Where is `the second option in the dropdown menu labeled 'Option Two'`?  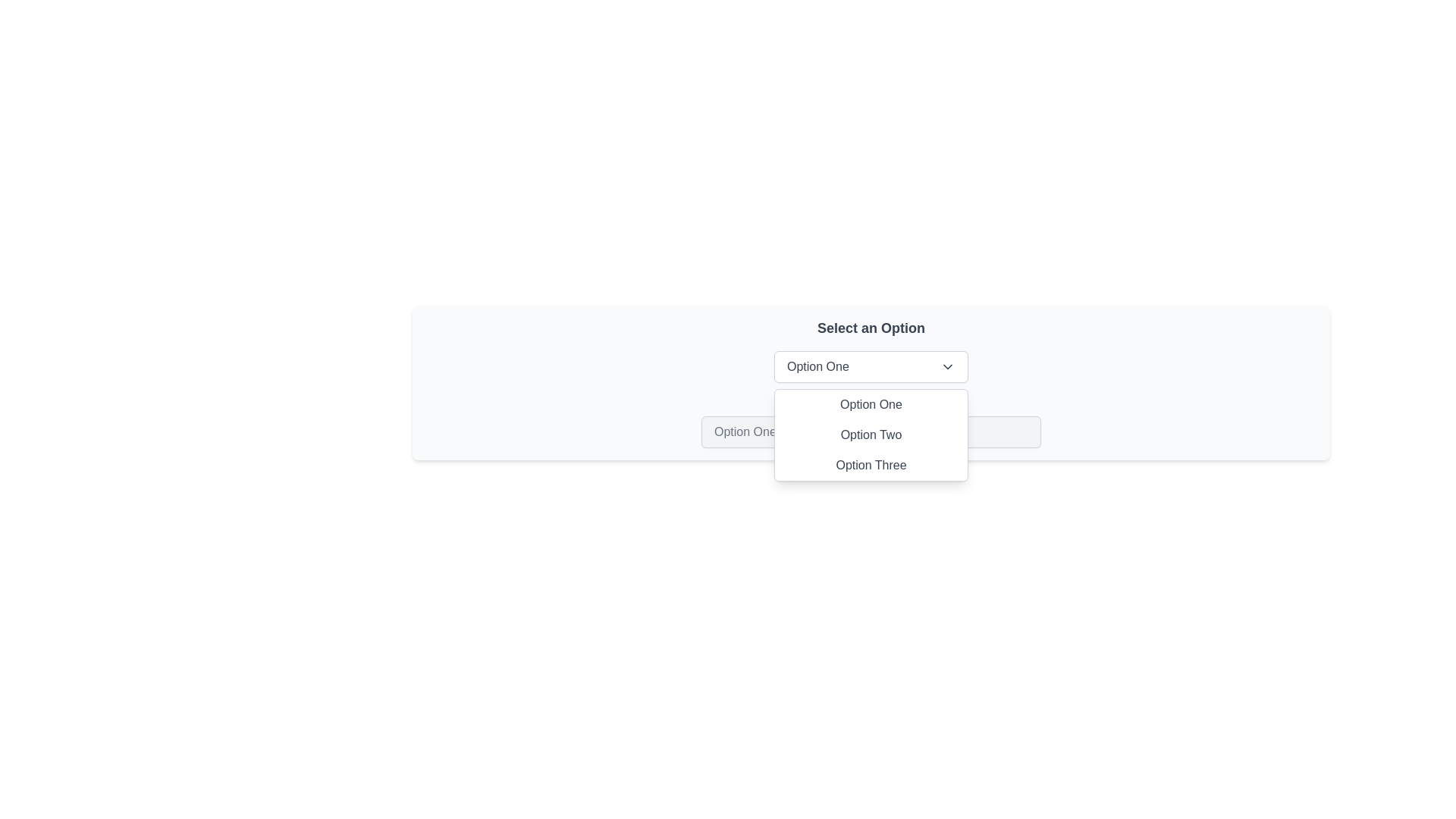
the second option in the dropdown menu labeled 'Option Two' is located at coordinates (871, 435).